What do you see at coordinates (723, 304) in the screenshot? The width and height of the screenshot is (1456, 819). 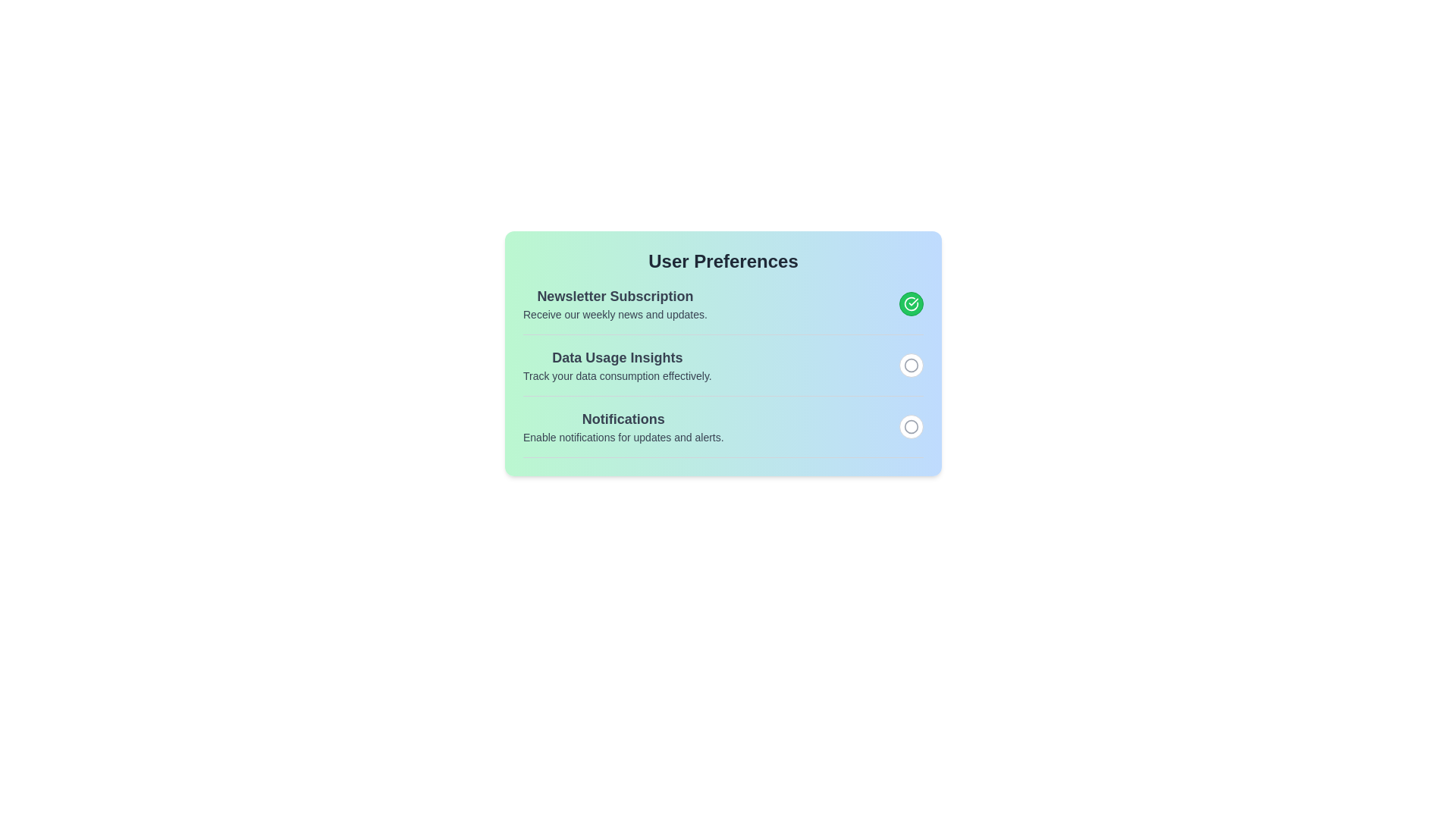 I see `the 'Newsletter Subscription' informational section` at bounding box center [723, 304].